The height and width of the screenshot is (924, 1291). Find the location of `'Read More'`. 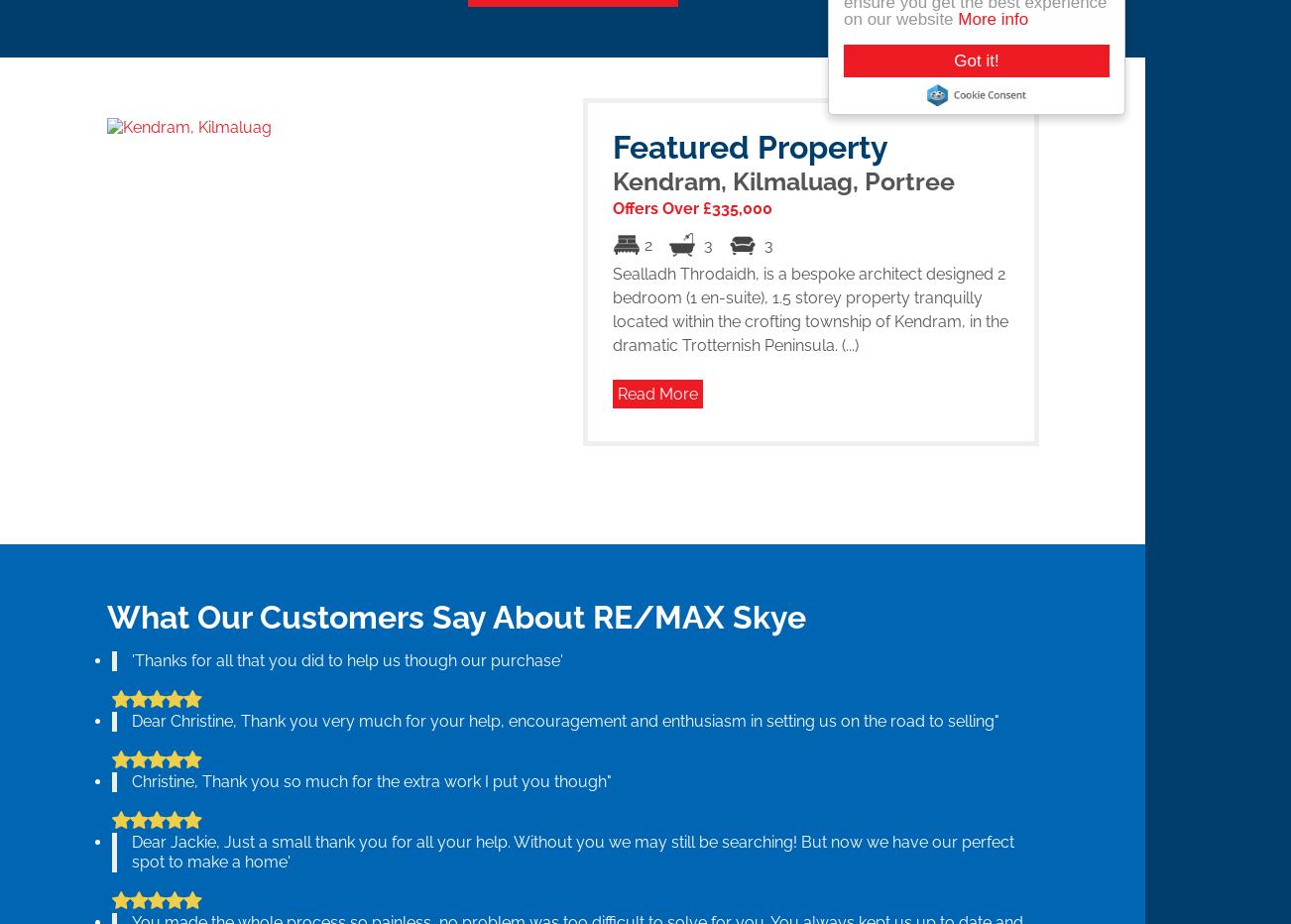

'Read More' is located at coordinates (655, 392).